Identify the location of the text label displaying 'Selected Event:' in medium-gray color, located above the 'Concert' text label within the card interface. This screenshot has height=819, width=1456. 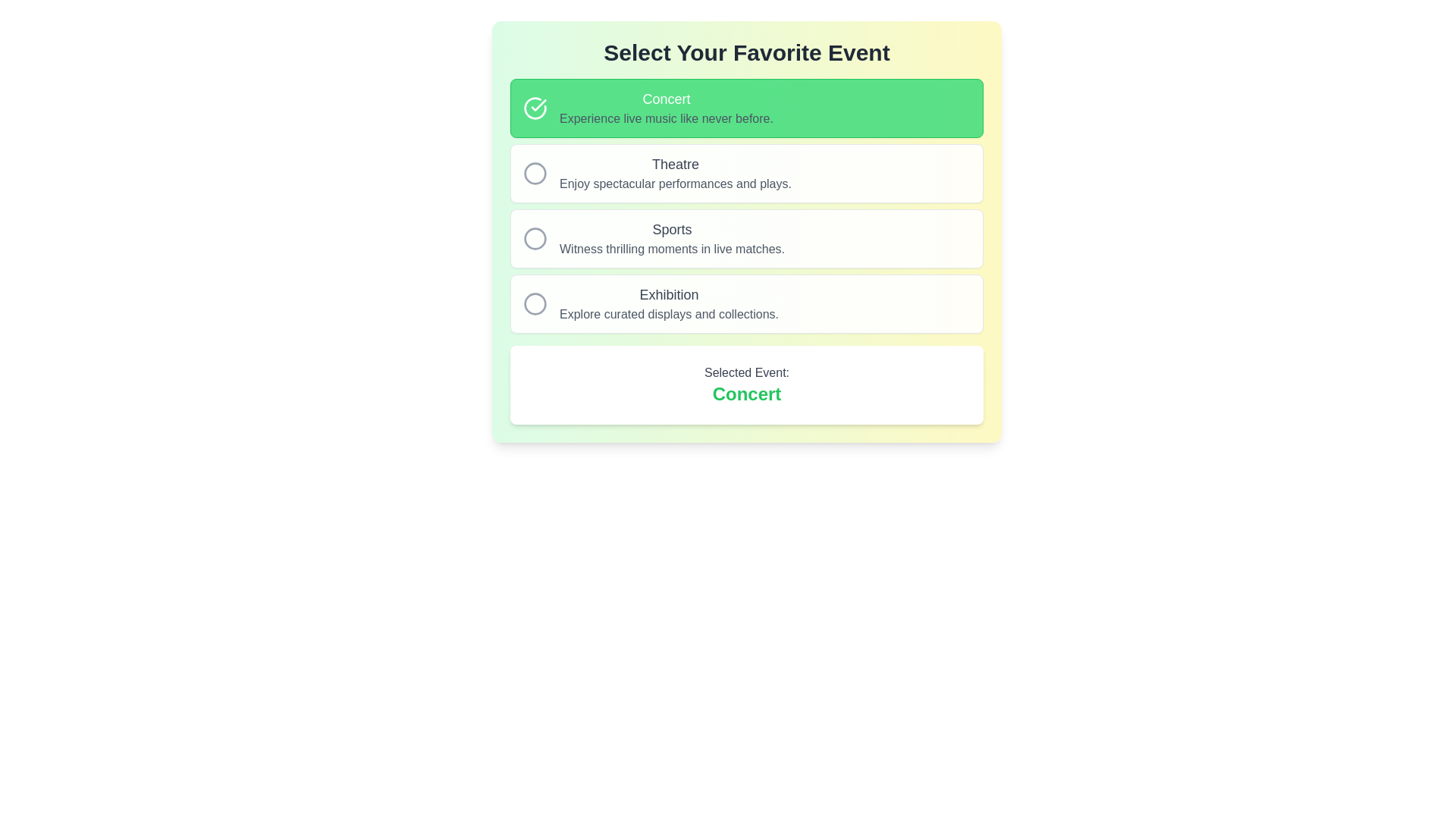
(746, 373).